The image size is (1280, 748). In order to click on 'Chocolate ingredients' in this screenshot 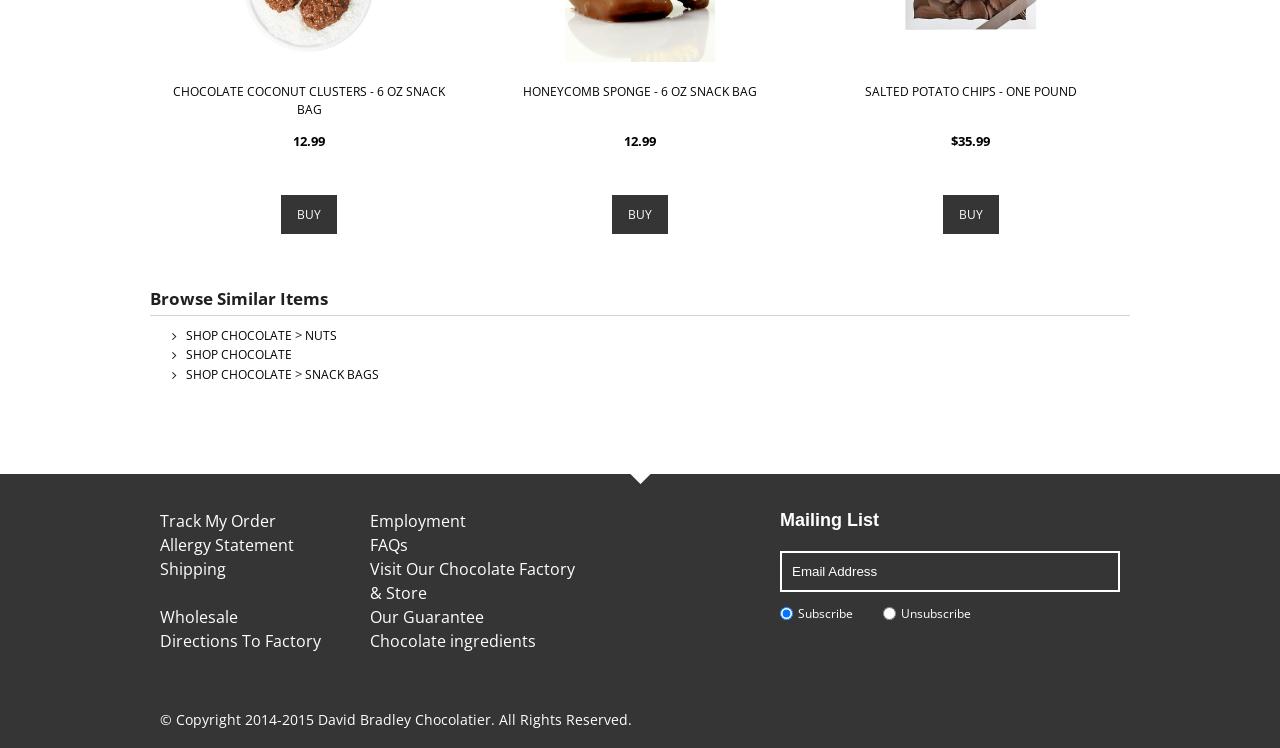, I will do `click(451, 640)`.